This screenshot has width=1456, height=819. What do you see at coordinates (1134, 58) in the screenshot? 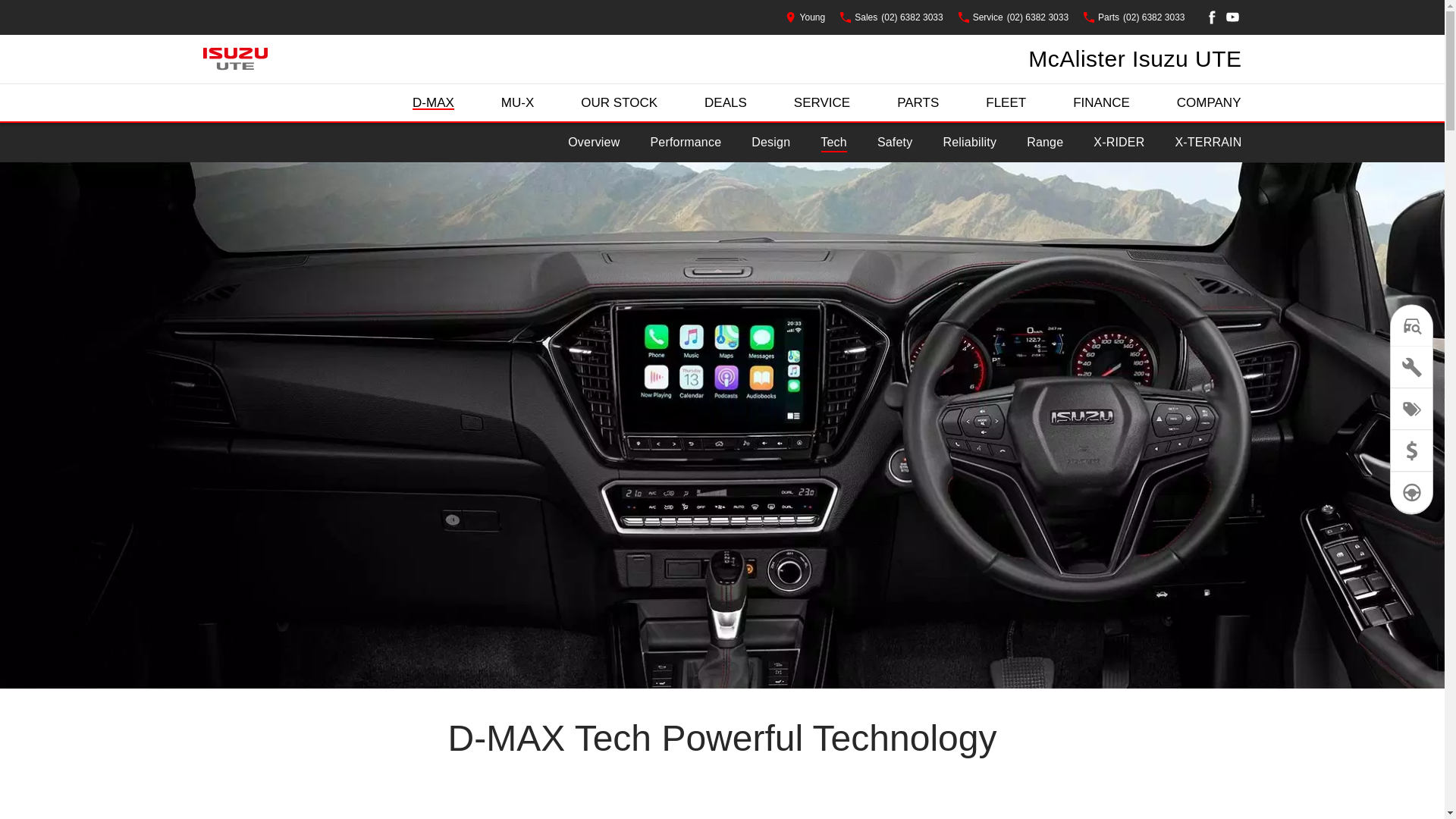
I see `'McAlister Isuzu UTE'` at bounding box center [1134, 58].